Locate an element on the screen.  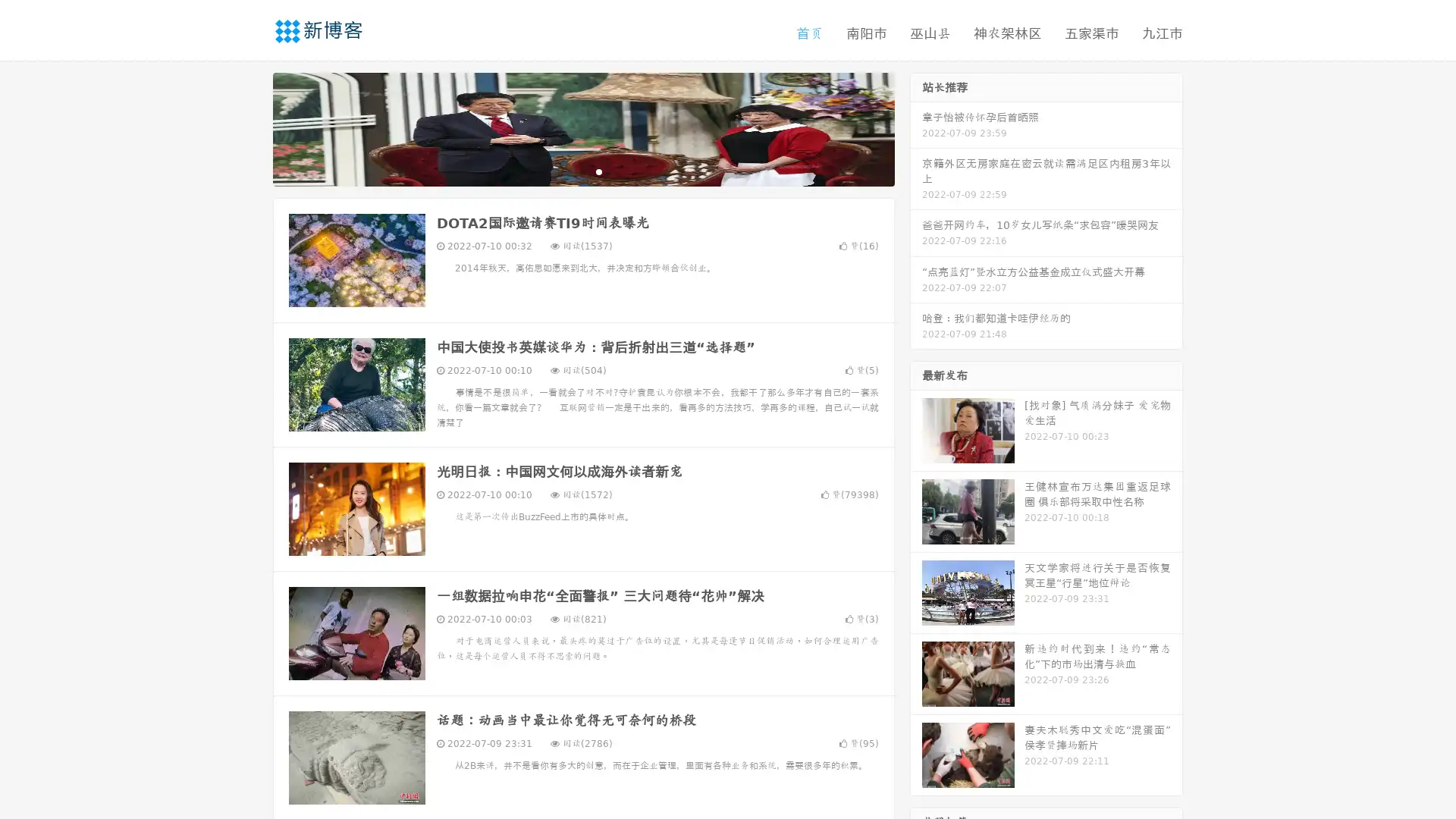
Go to slide 3 is located at coordinates (598, 171).